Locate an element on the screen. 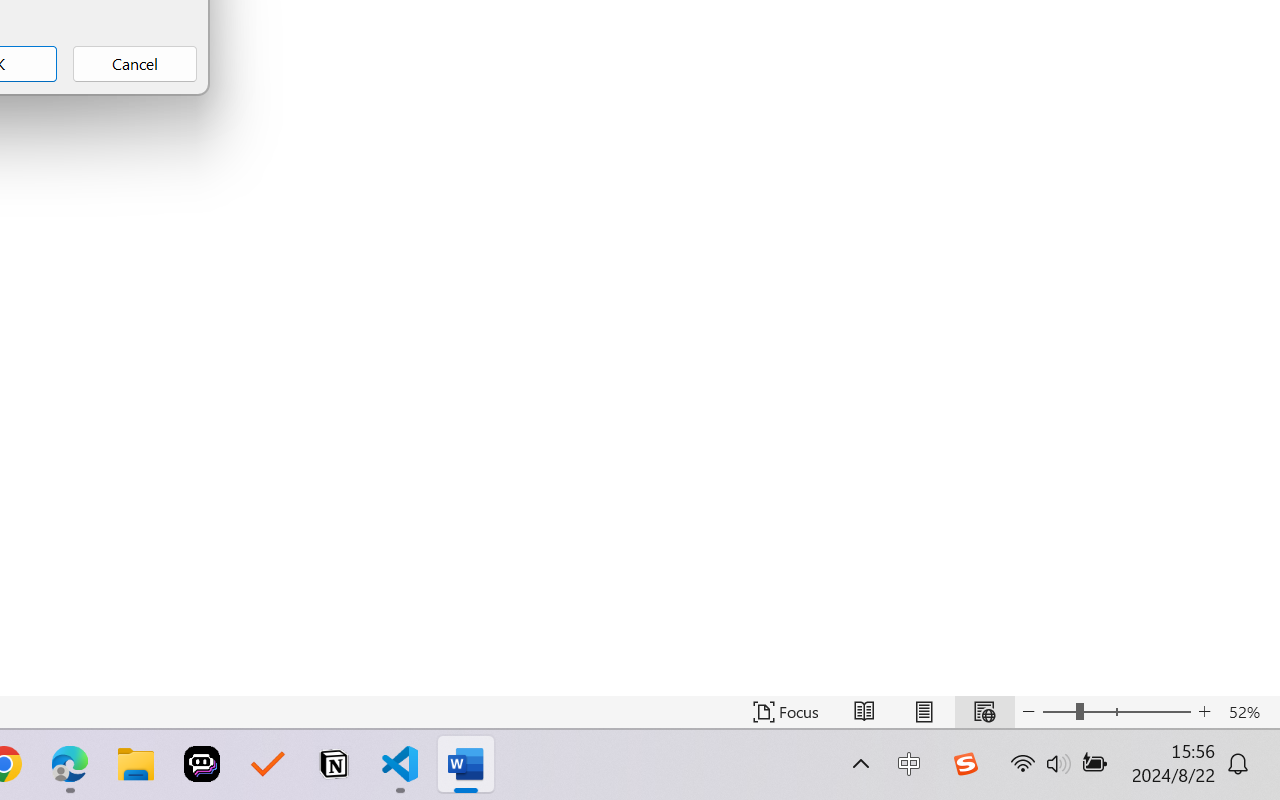 This screenshot has width=1280, height=800. 'Zoom 52%' is located at coordinates (1248, 711).